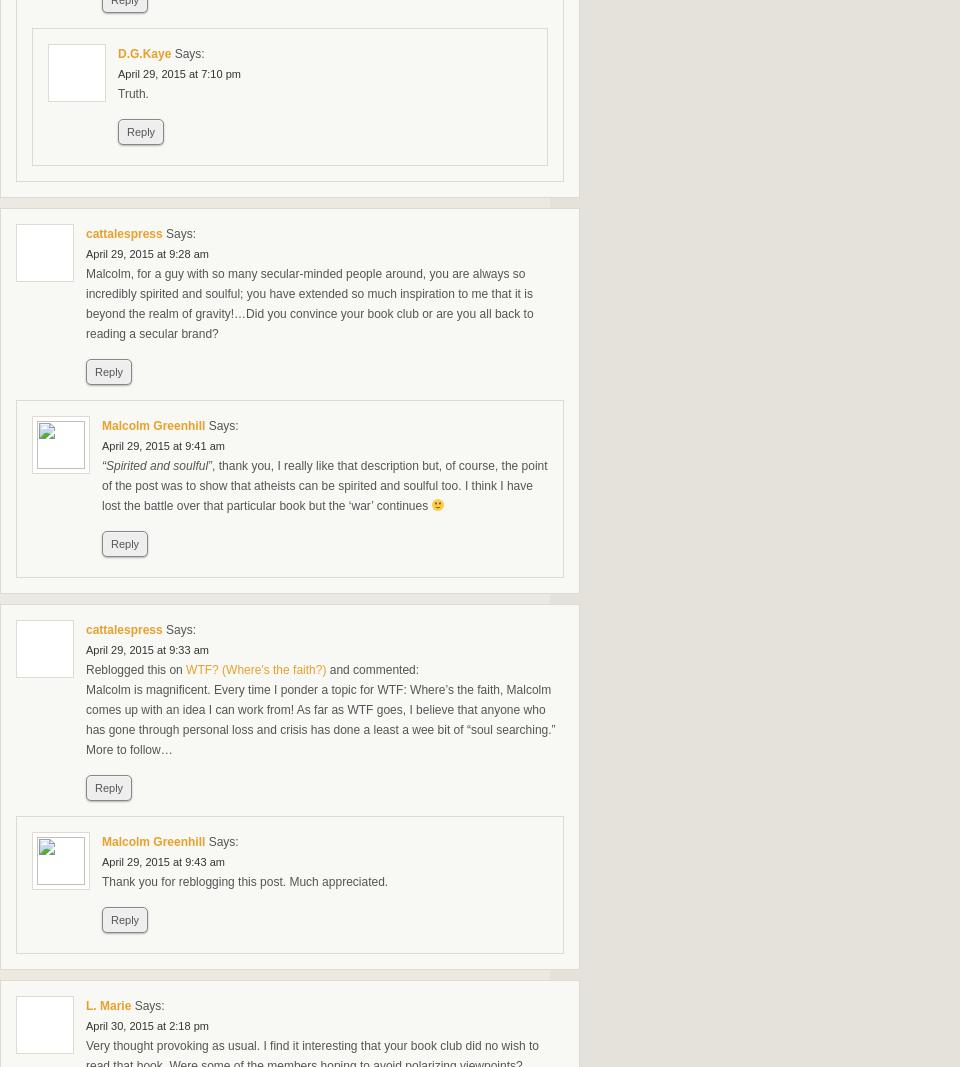  What do you see at coordinates (145, 254) in the screenshot?
I see `'April 29, 2015 at 9:28 am'` at bounding box center [145, 254].